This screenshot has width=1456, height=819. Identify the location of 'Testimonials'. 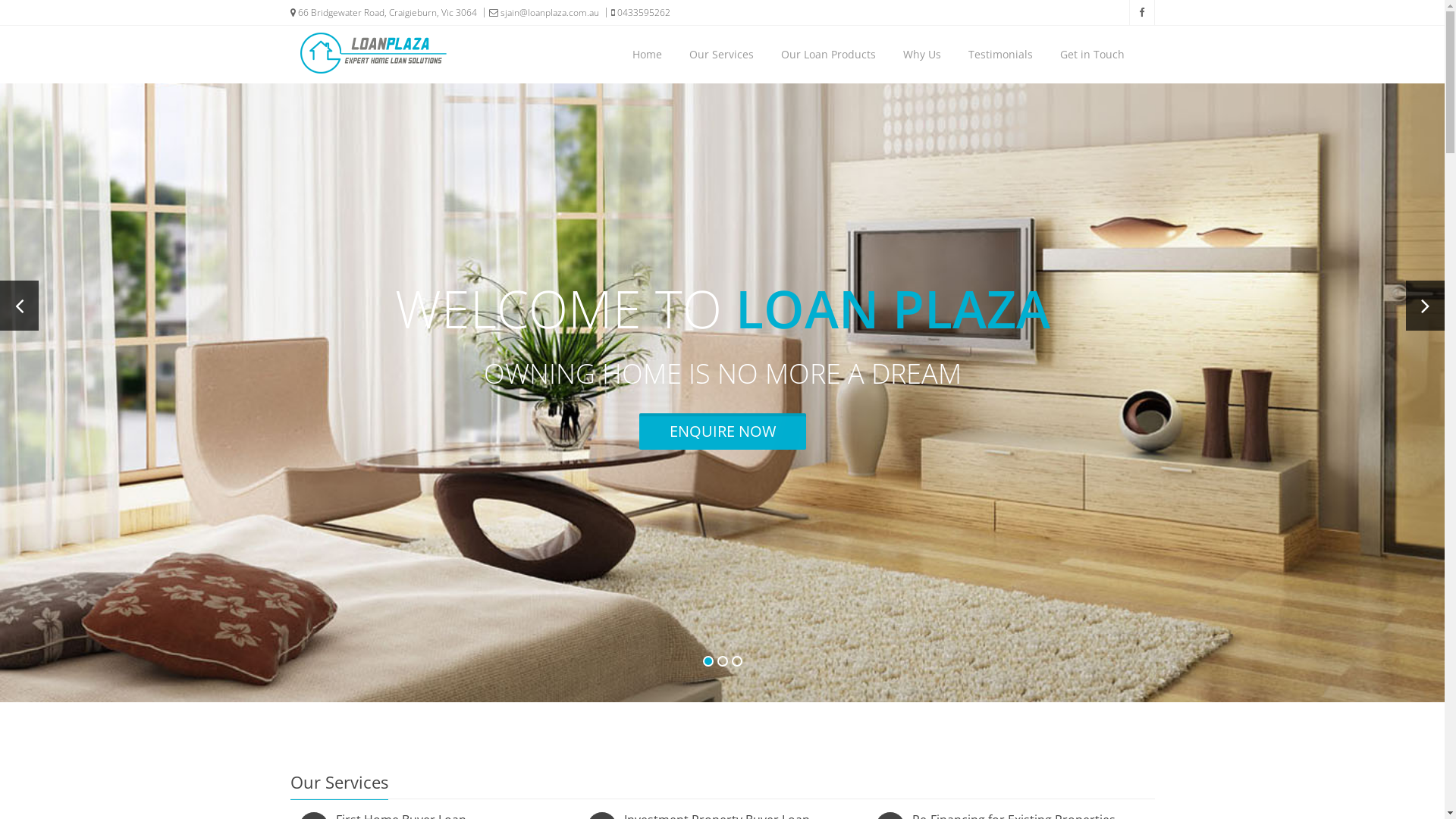
(1000, 54).